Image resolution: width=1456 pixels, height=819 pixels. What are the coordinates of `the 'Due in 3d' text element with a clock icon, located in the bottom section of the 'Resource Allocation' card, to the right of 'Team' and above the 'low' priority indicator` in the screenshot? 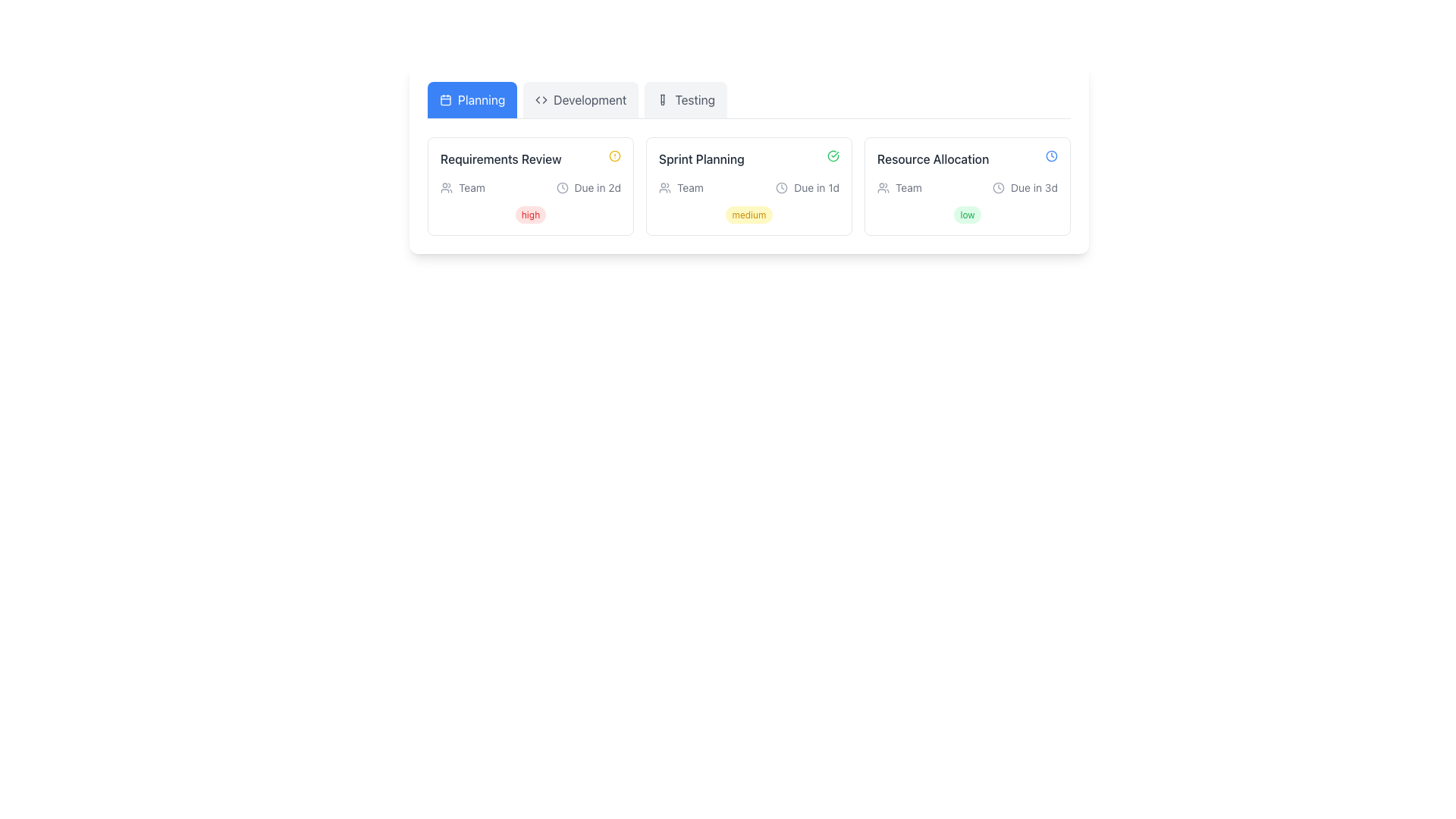 It's located at (1025, 187).